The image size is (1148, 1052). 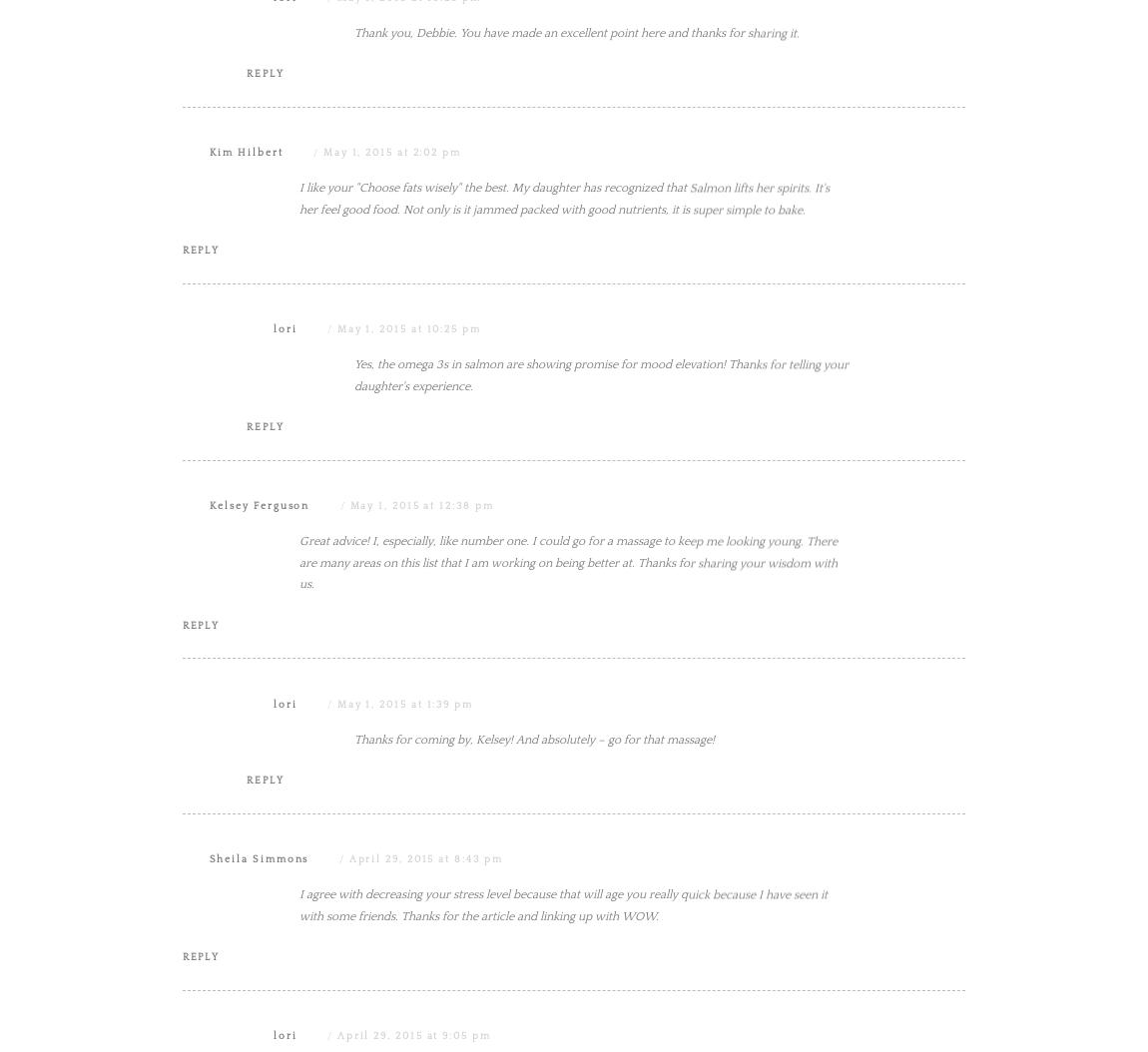 I want to click on 'Thank you, Debbie. You have made an excellent point here and thanks for sharing it.', so click(x=354, y=234).